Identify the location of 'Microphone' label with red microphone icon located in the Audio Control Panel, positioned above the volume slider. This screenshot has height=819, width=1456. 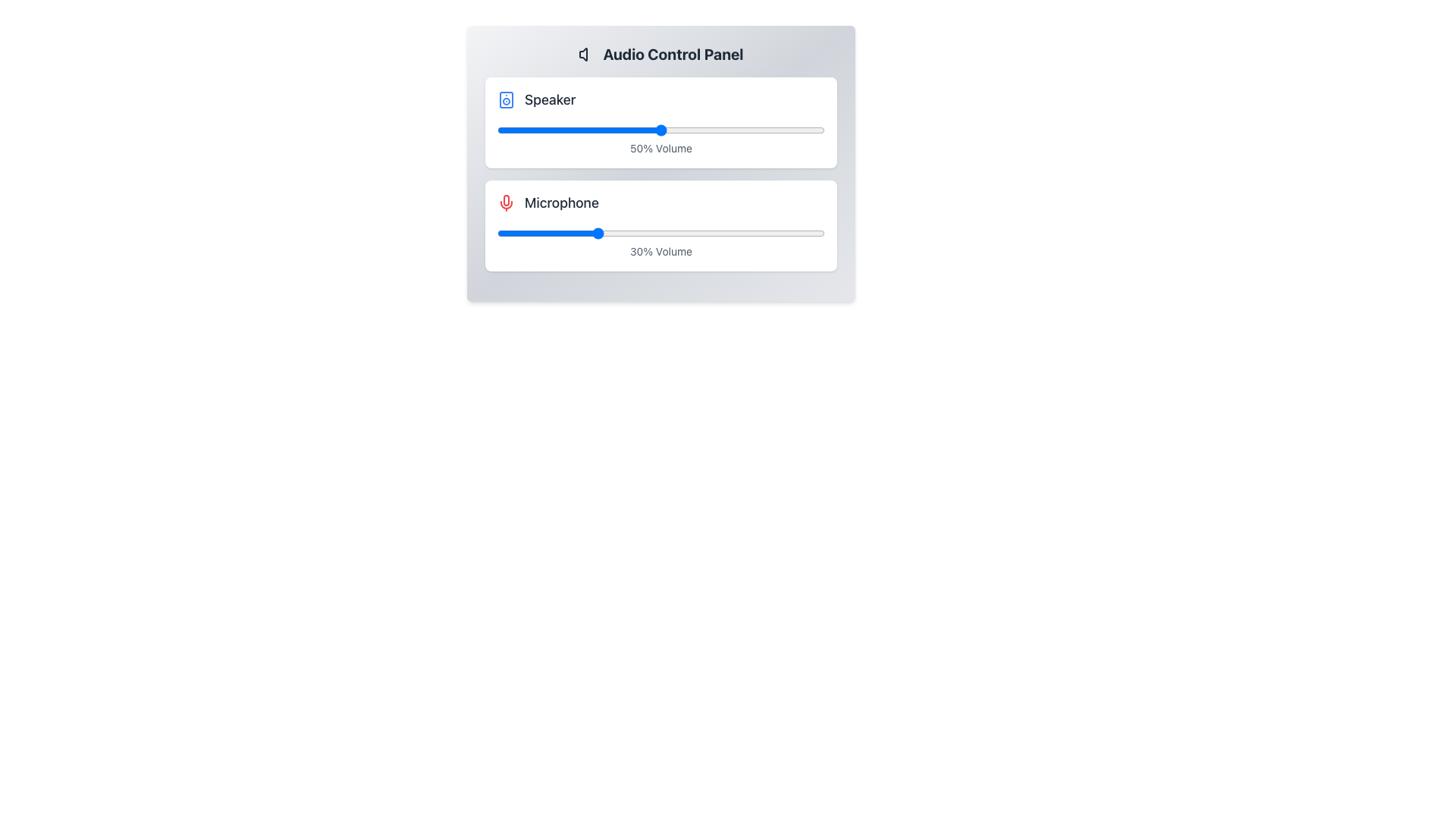
(661, 202).